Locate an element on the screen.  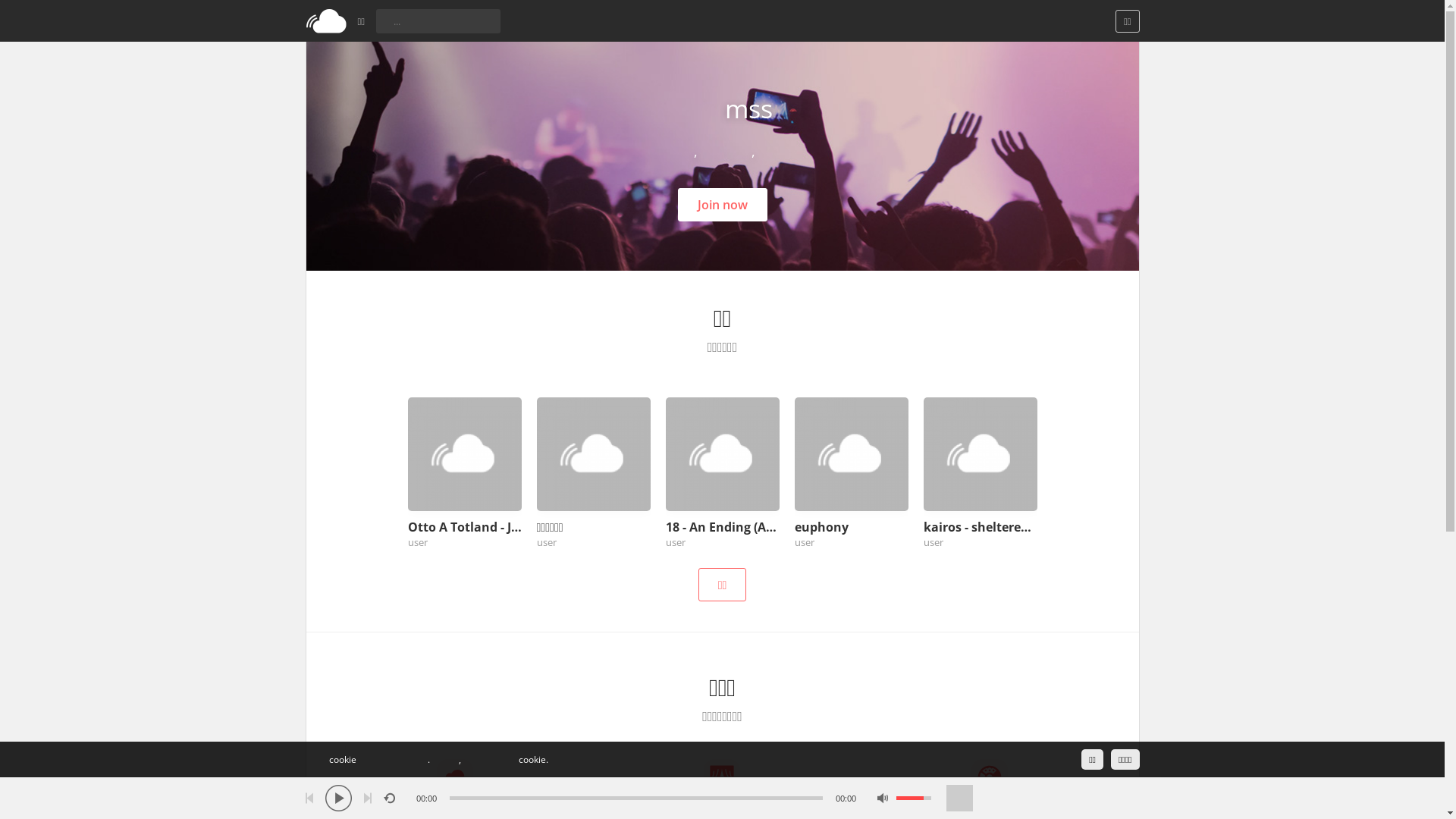
'18 - An Ending (Ascent)' is located at coordinates (722, 526).